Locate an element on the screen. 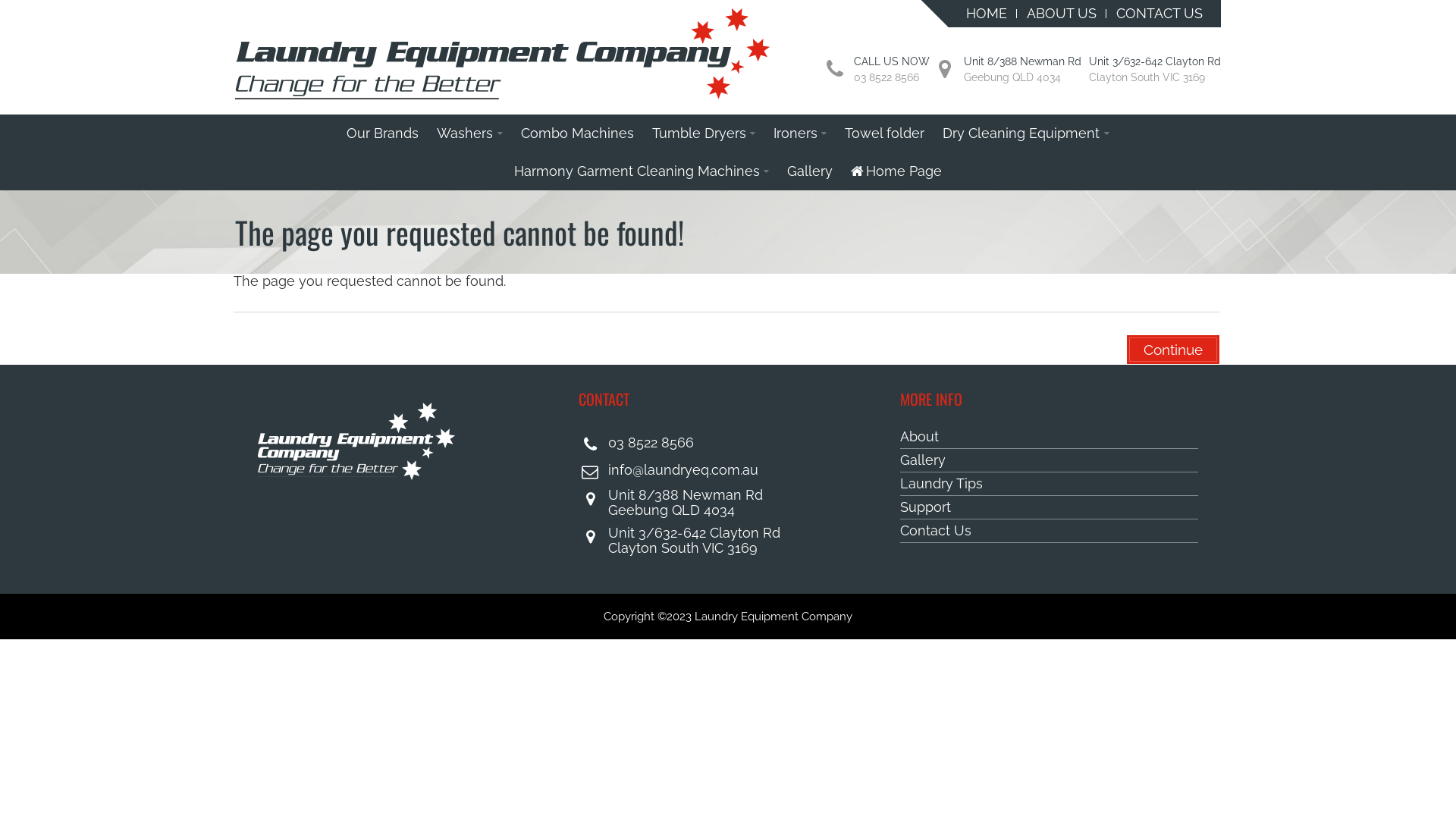  'Washers' is located at coordinates (469, 133).